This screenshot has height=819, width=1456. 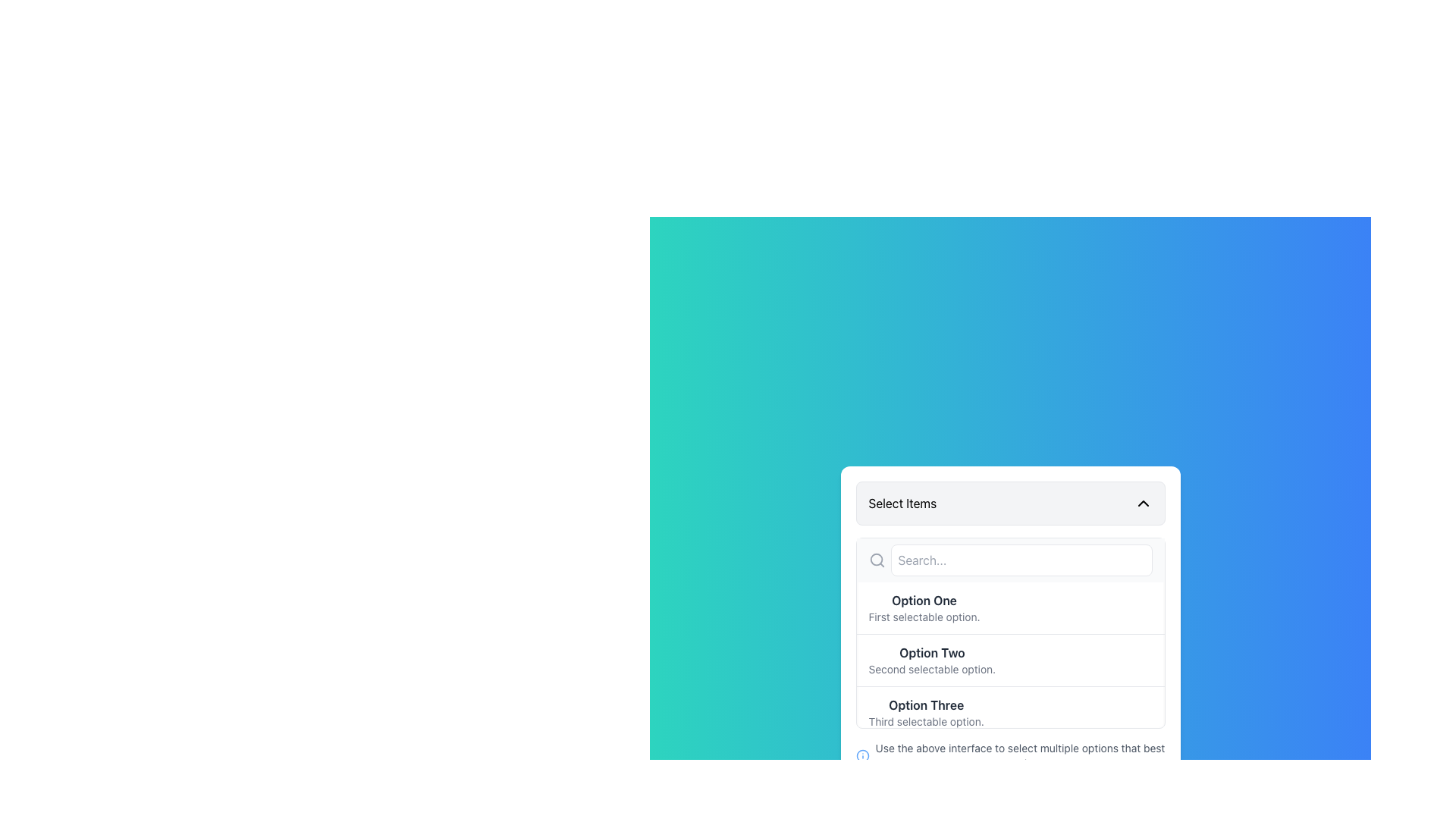 I want to click on the text label that reads 'Third selectable option.' It is styled in a small gray font and positioned directly below the 'Option Three' text label in the dropdown menu, so click(x=925, y=721).